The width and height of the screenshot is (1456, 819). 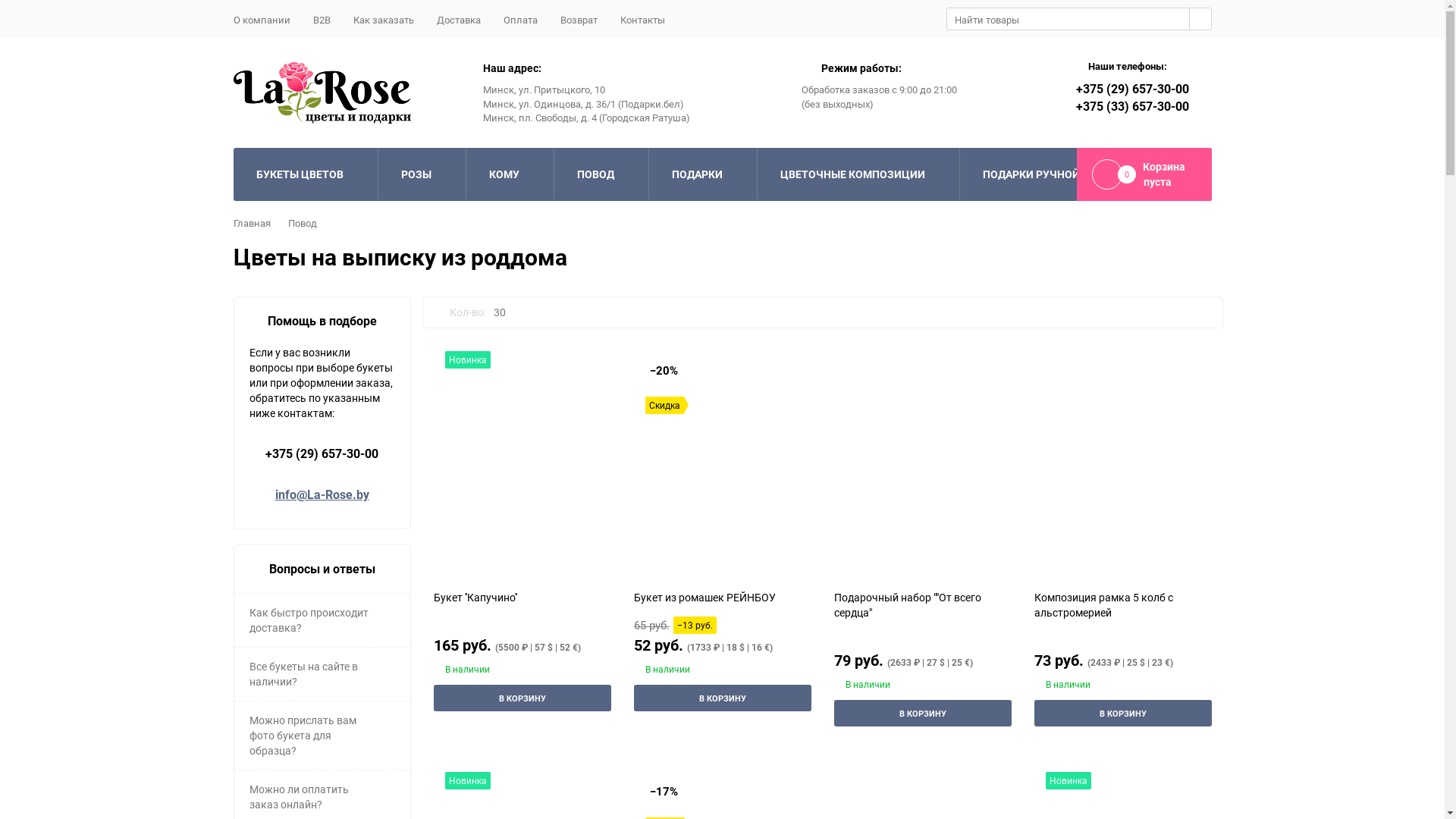 What do you see at coordinates (321, 452) in the screenshot?
I see `'+375 (29) 657-30-00'` at bounding box center [321, 452].